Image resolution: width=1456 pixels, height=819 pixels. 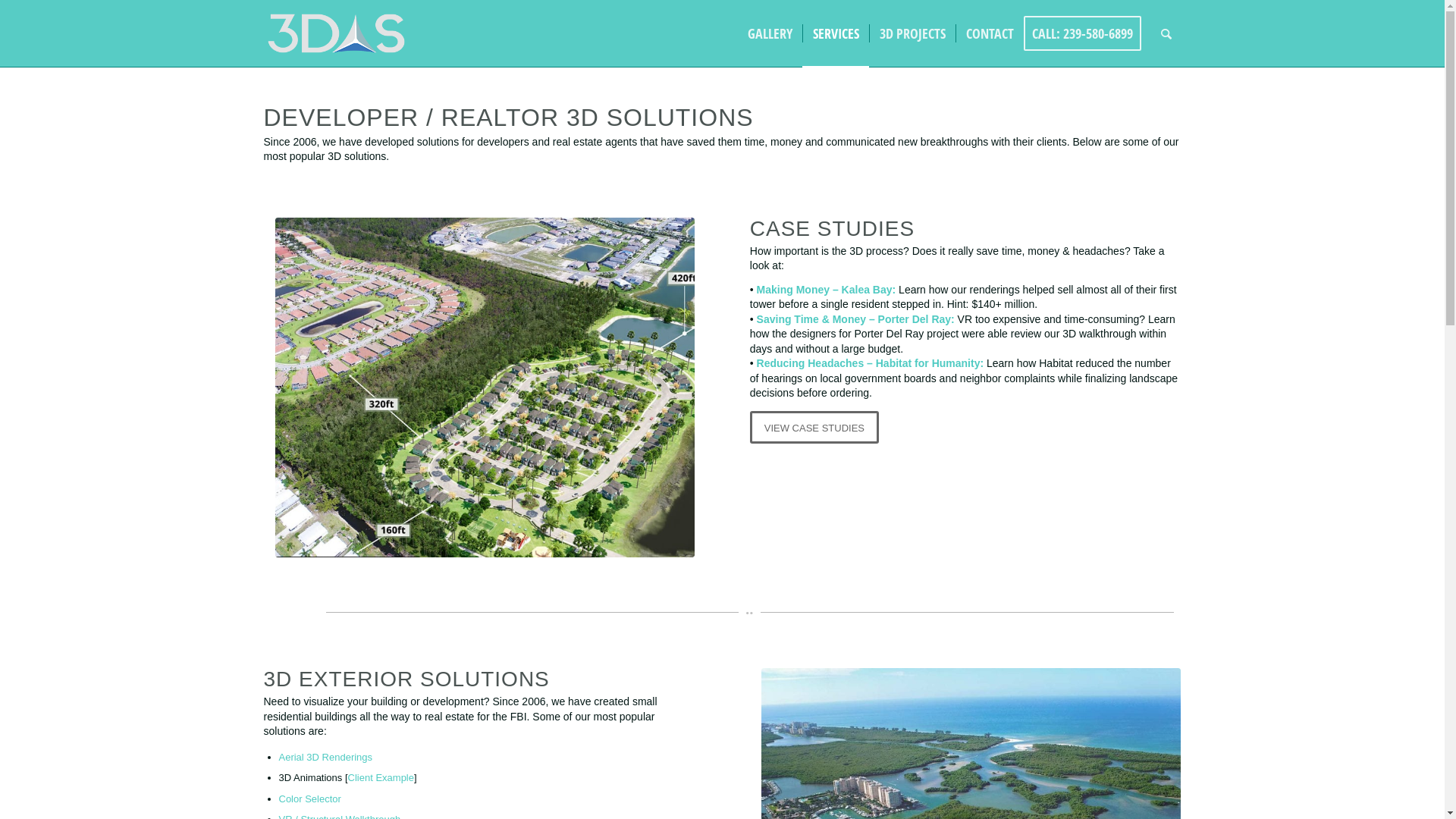 I want to click on 'VIEW CASE STUDIES', so click(x=814, y=427).